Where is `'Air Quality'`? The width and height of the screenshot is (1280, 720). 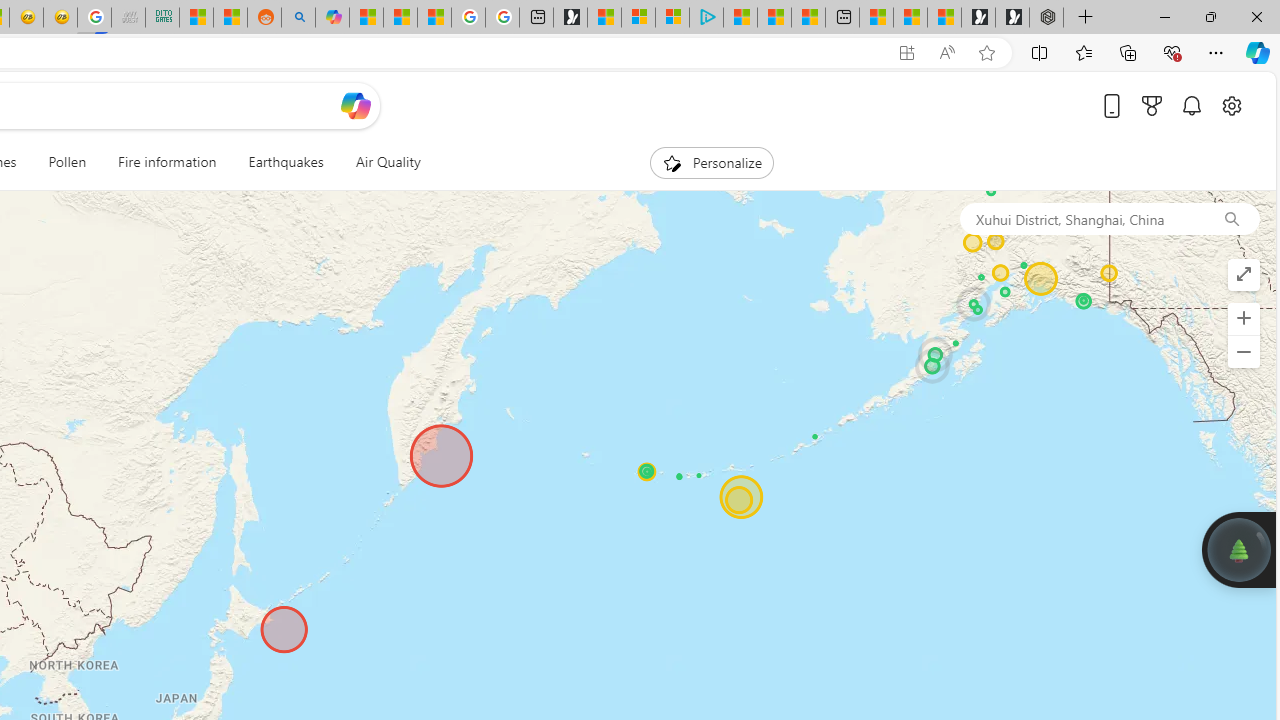 'Air Quality' is located at coordinates (387, 162).